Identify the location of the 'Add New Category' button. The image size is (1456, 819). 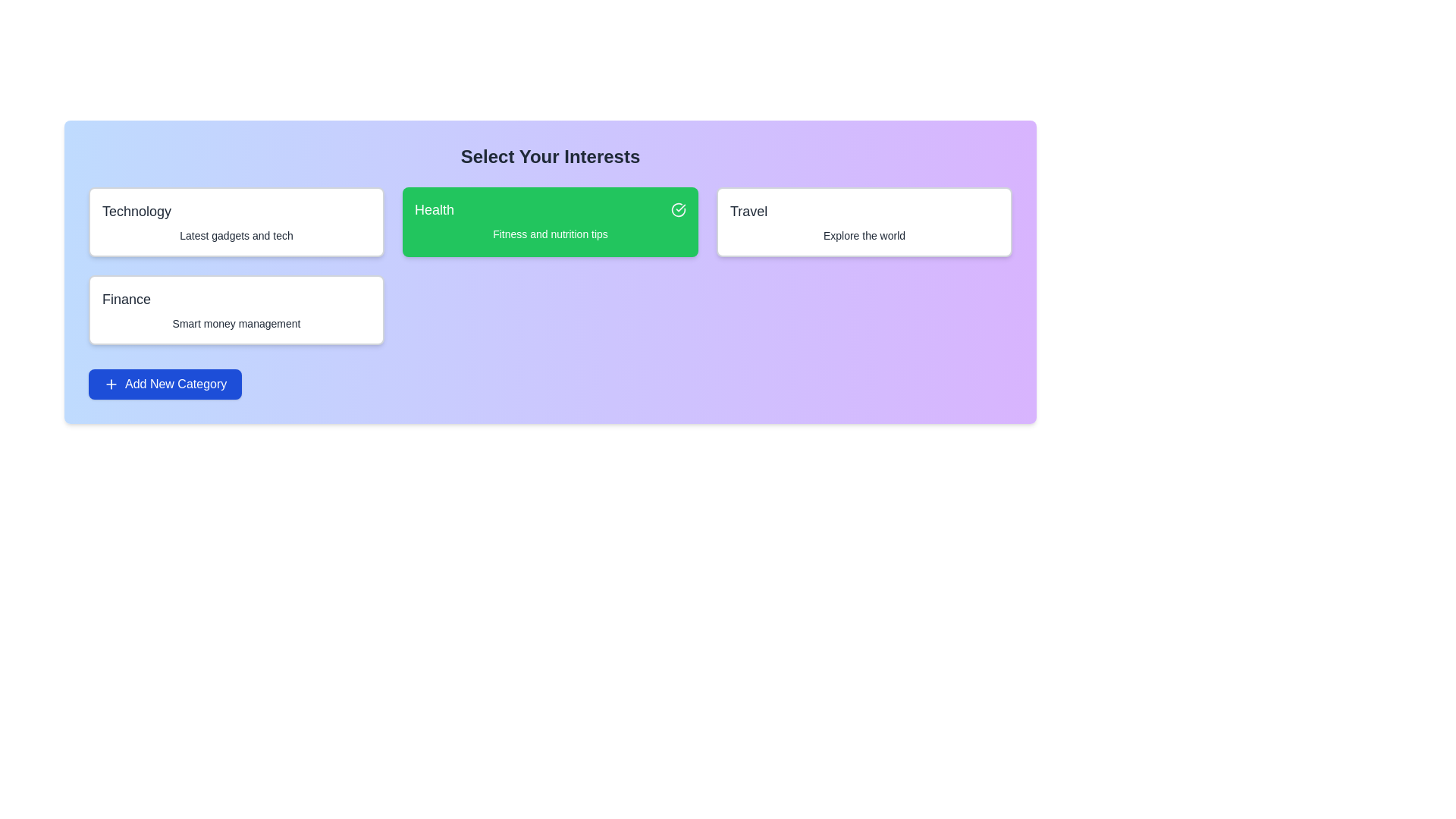
(165, 383).